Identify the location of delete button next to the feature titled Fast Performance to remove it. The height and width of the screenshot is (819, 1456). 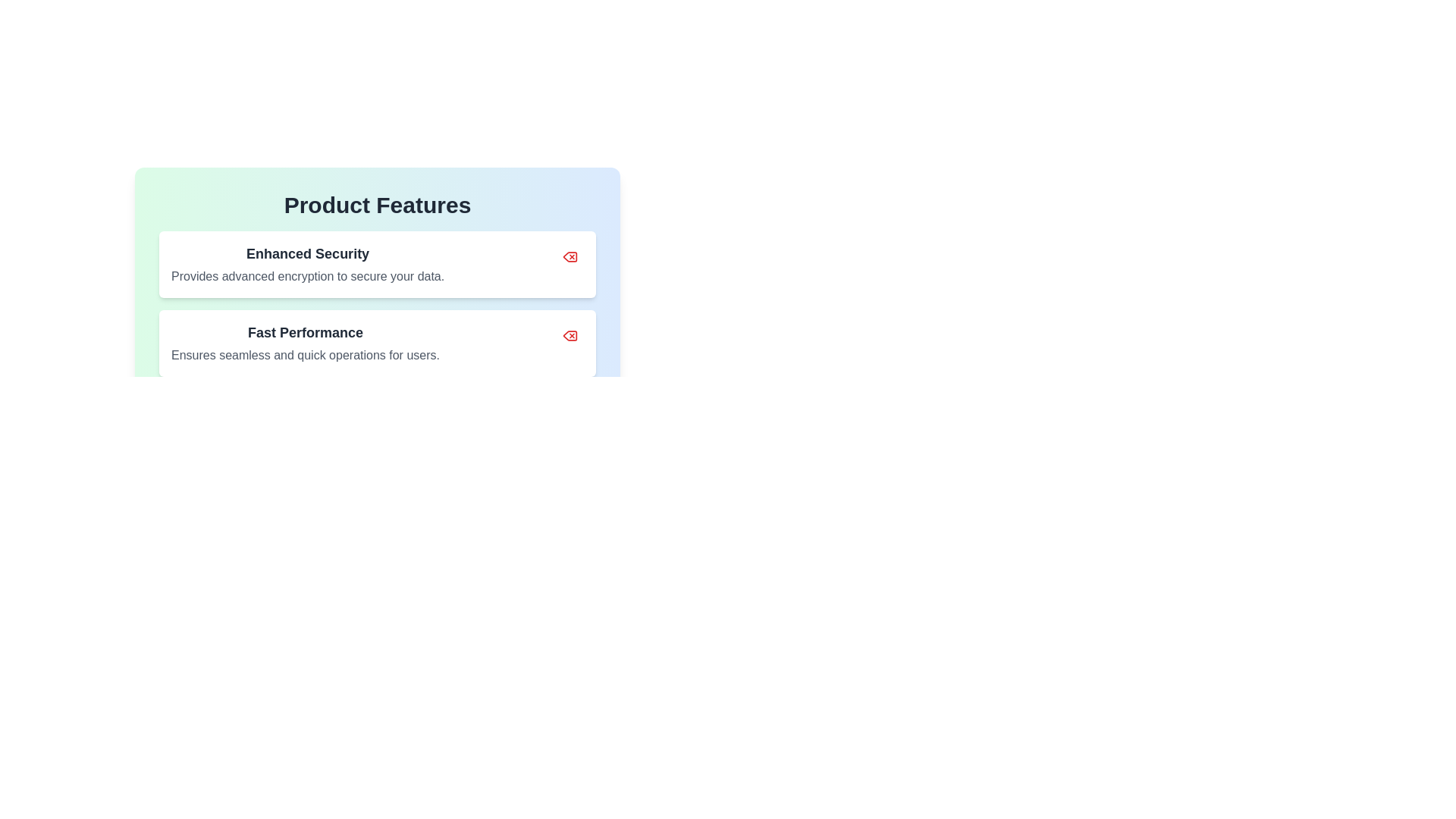
(570, 335).